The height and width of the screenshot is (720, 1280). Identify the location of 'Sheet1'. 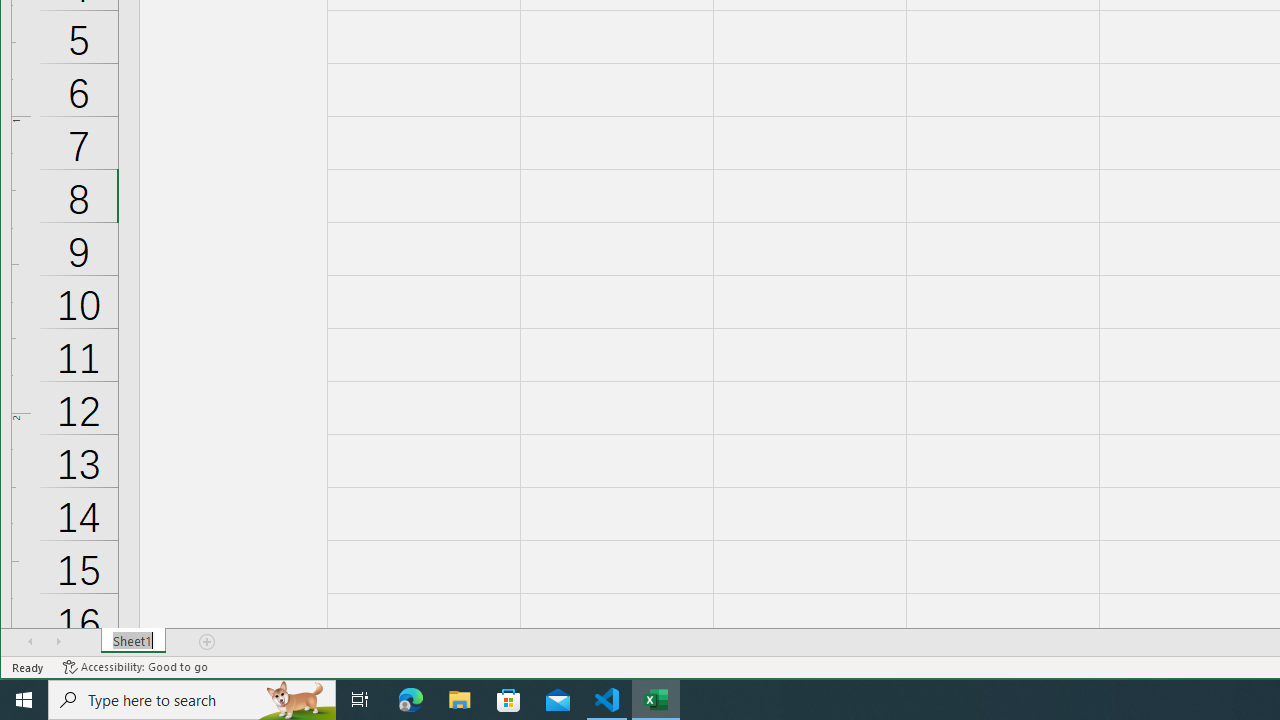
(132, 641).